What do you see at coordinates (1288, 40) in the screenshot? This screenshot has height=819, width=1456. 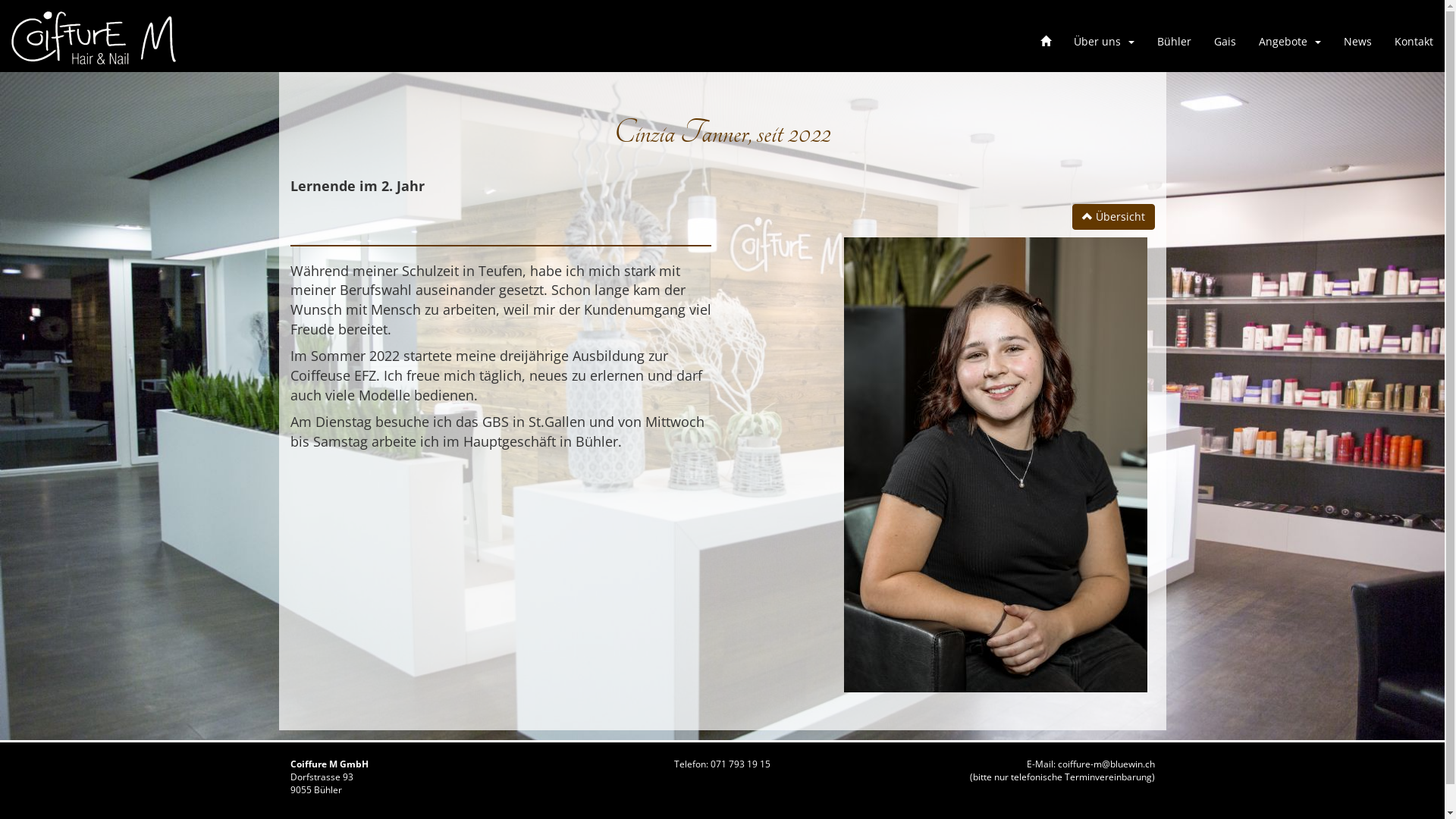 I see `'Angebote  '` at bounding box center [1288, 40].